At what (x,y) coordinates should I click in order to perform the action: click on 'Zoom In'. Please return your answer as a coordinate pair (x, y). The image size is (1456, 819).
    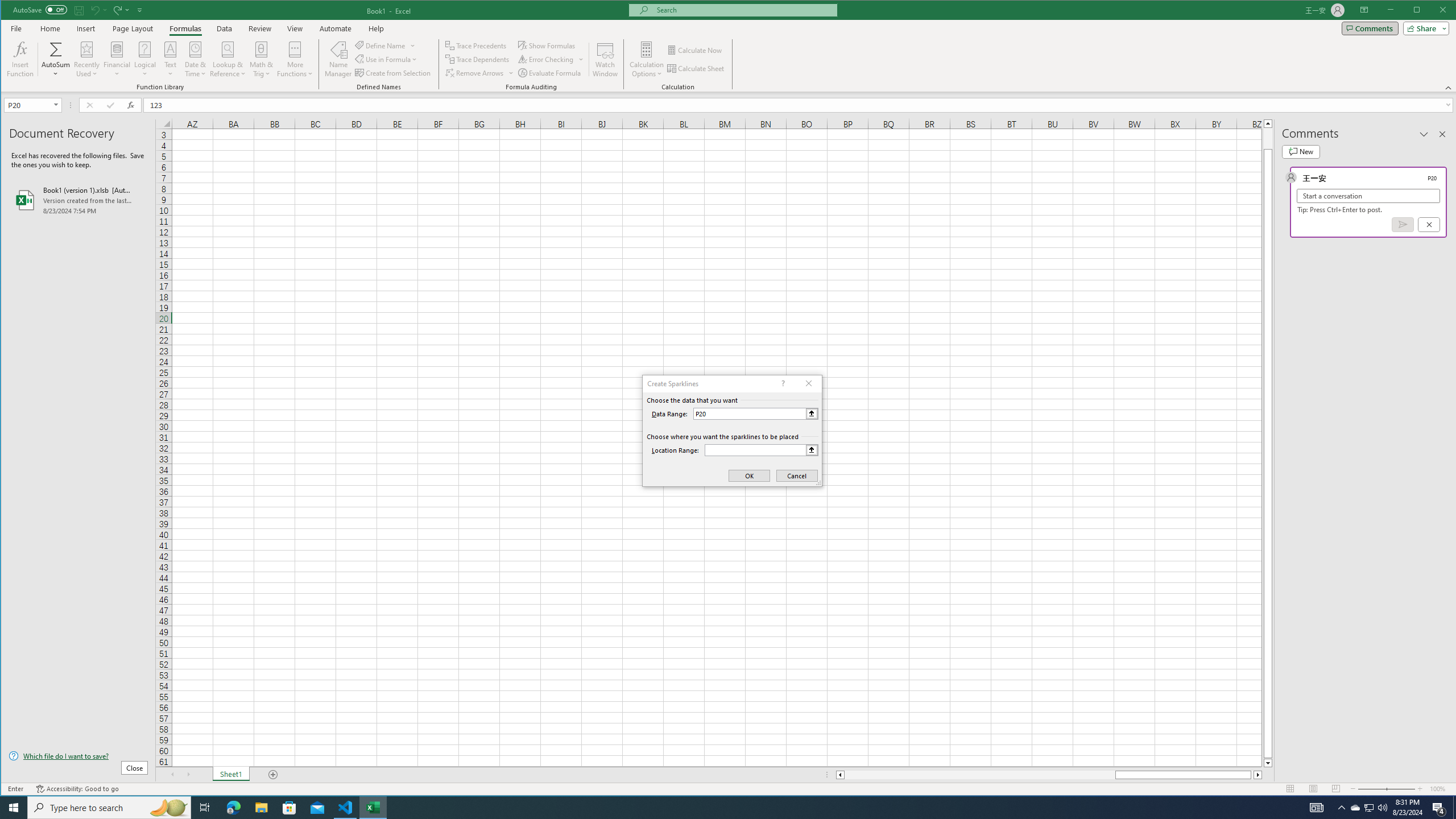
    Looking at the image, I should click on (1420, 788).